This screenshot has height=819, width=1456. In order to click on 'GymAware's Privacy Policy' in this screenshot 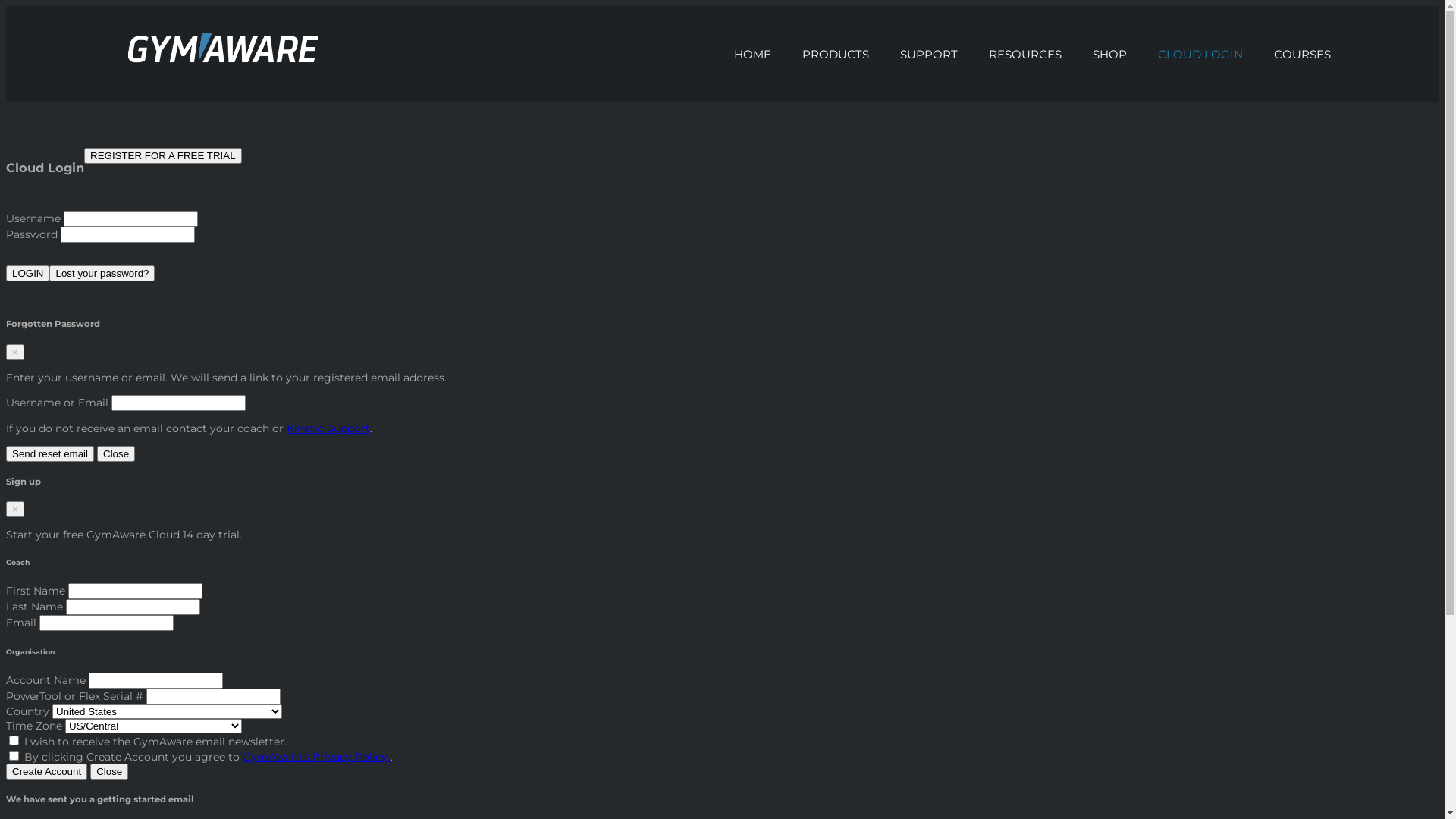, I will do `click(315, 757)`.